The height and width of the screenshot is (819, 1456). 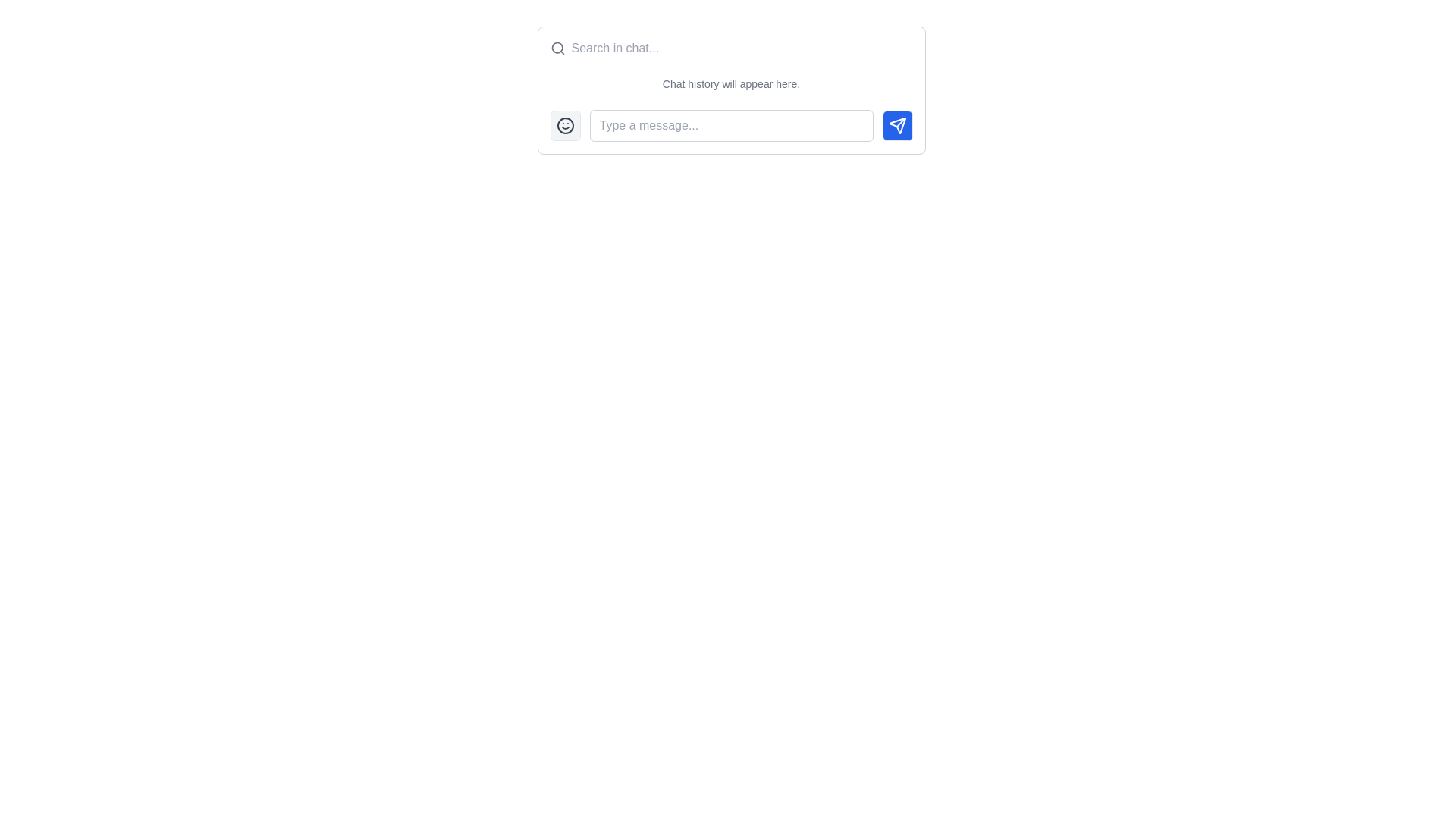 I want to click on the emoji picker button located to the far left of the horizontal group of UI components, preceding the text input field, so click(x=564, y=124).